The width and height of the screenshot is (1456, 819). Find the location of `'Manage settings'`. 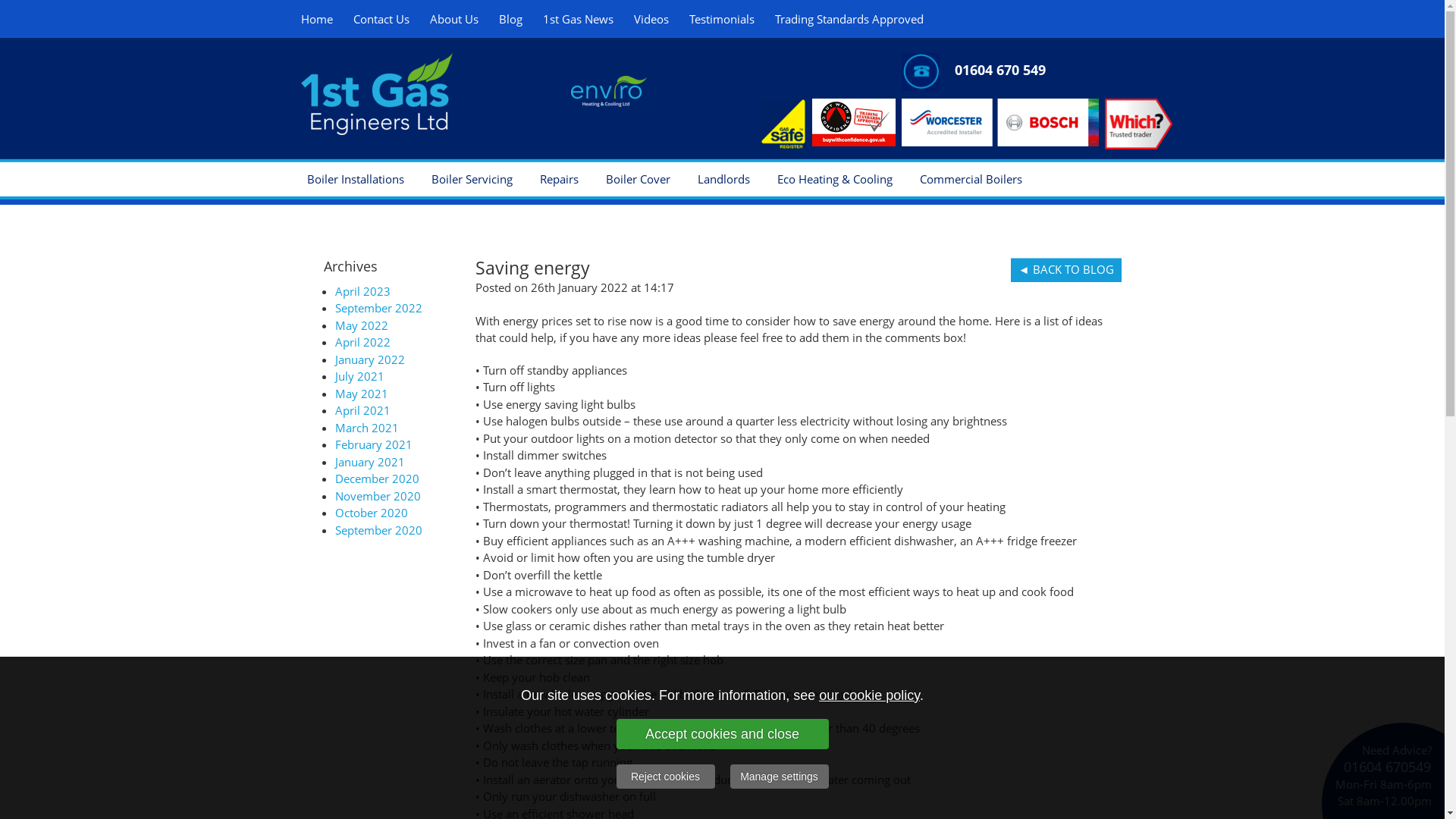

'Manage settings' is located at coordinates (779, 776).